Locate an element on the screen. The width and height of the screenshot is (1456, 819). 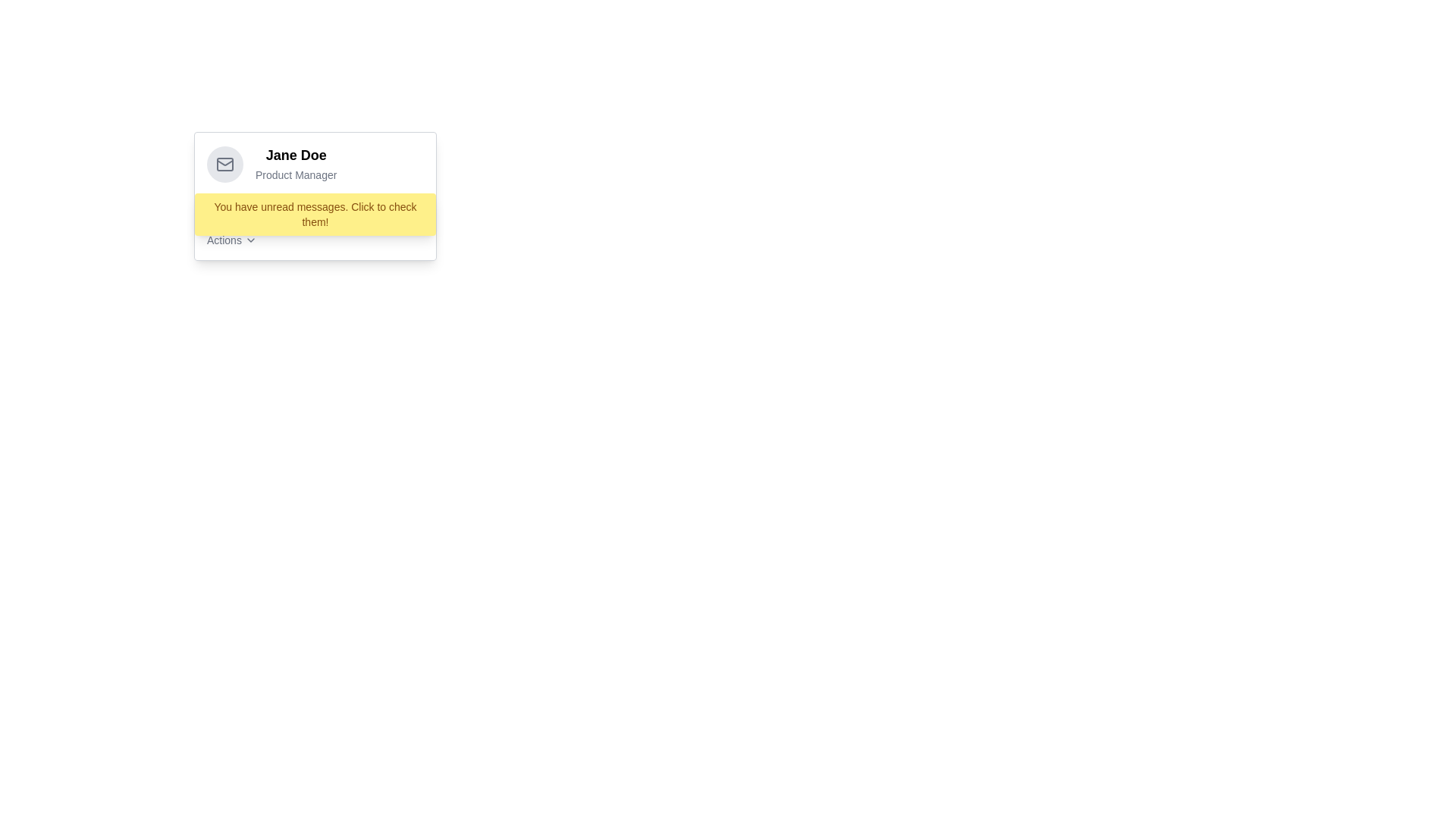
the Text Display element that shows 'Jane Doe' and 'Product Manager', located to the right of the email icon in a card layout is located at coordinates (296, 164).